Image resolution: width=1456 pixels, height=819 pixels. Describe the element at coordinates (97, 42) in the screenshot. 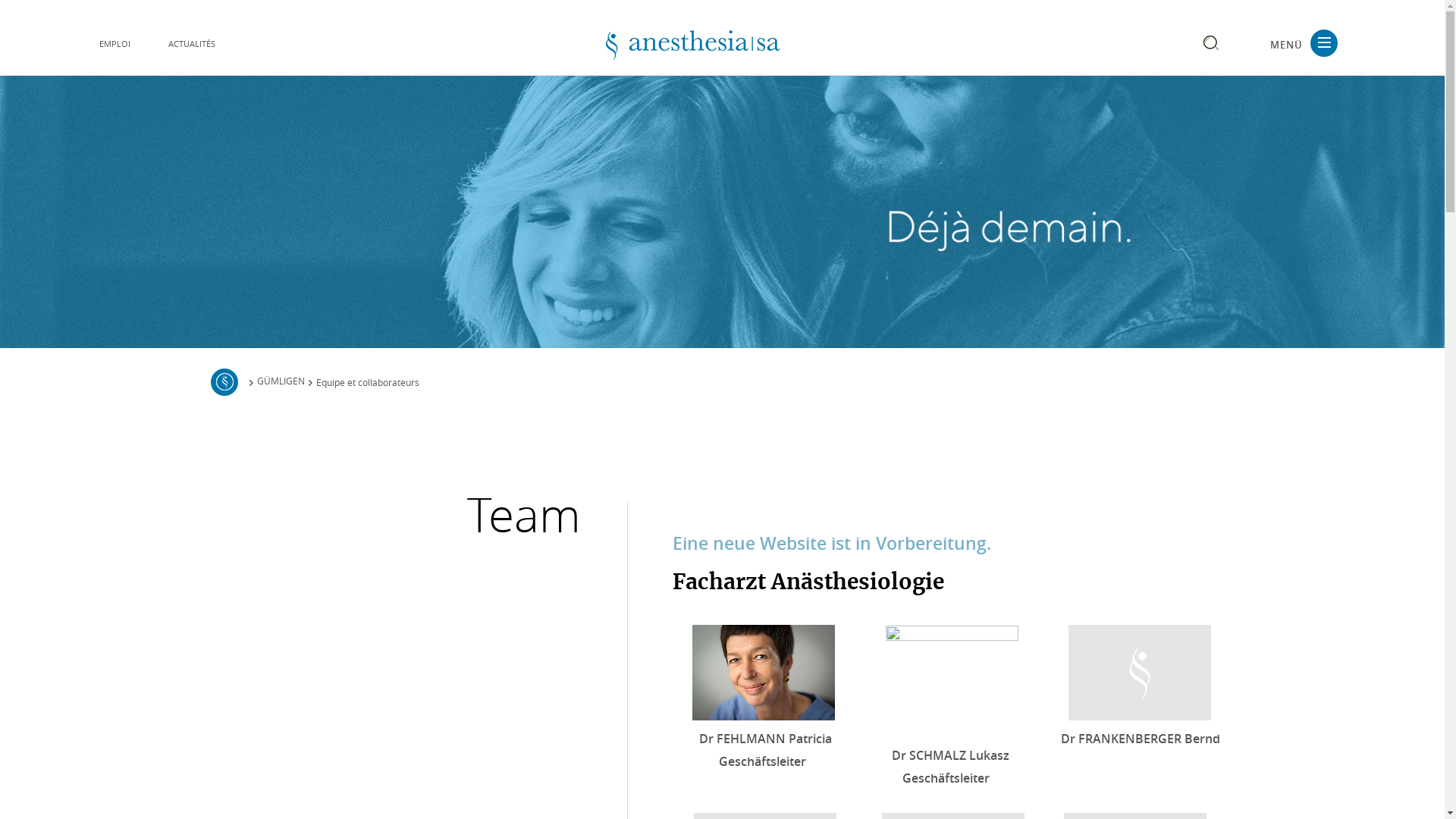

I see `'EMPLOI'` at that location.